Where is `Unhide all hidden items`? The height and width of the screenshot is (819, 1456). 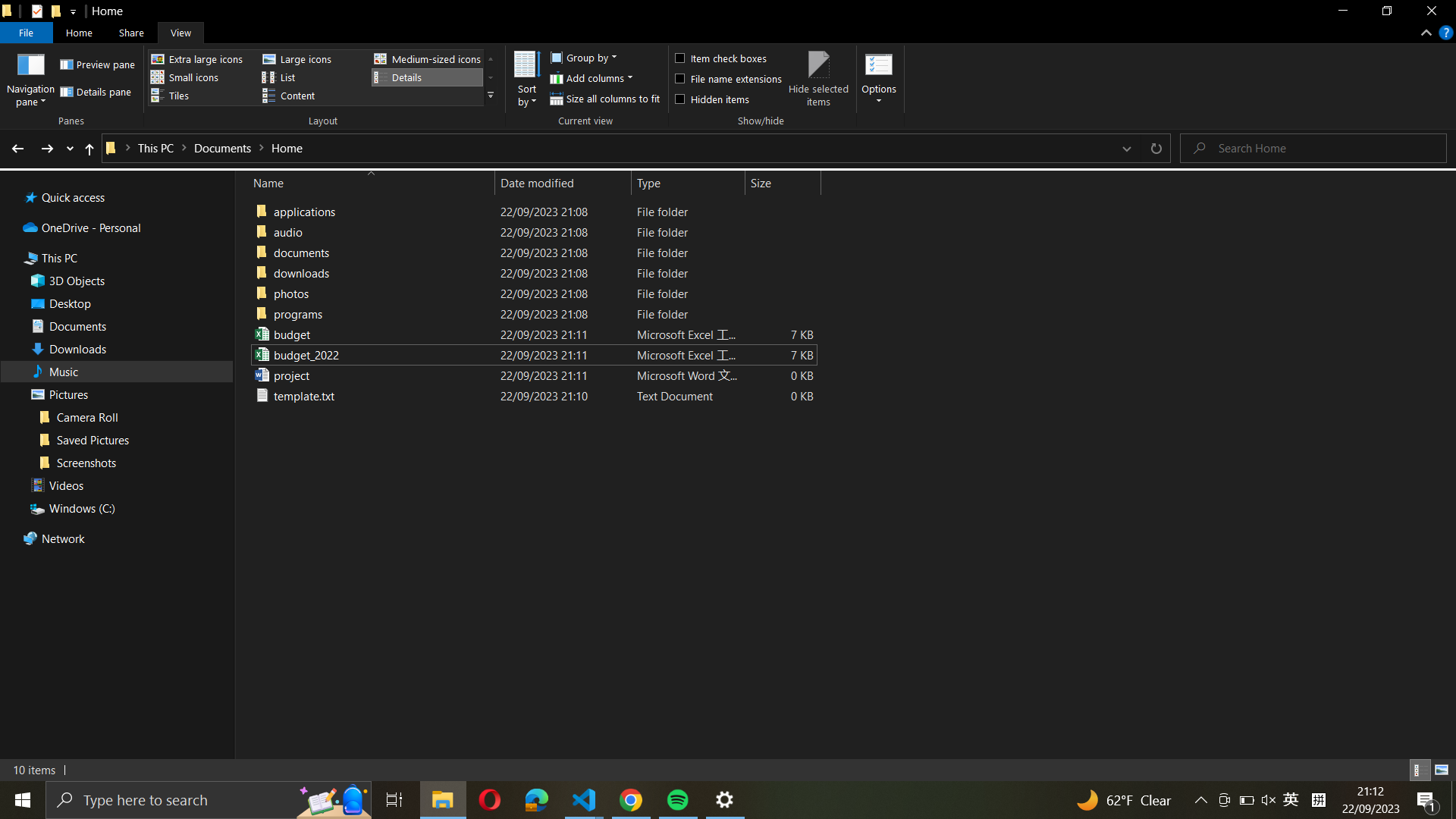
Unhide all hidden items is located at coordinates (726, 97).